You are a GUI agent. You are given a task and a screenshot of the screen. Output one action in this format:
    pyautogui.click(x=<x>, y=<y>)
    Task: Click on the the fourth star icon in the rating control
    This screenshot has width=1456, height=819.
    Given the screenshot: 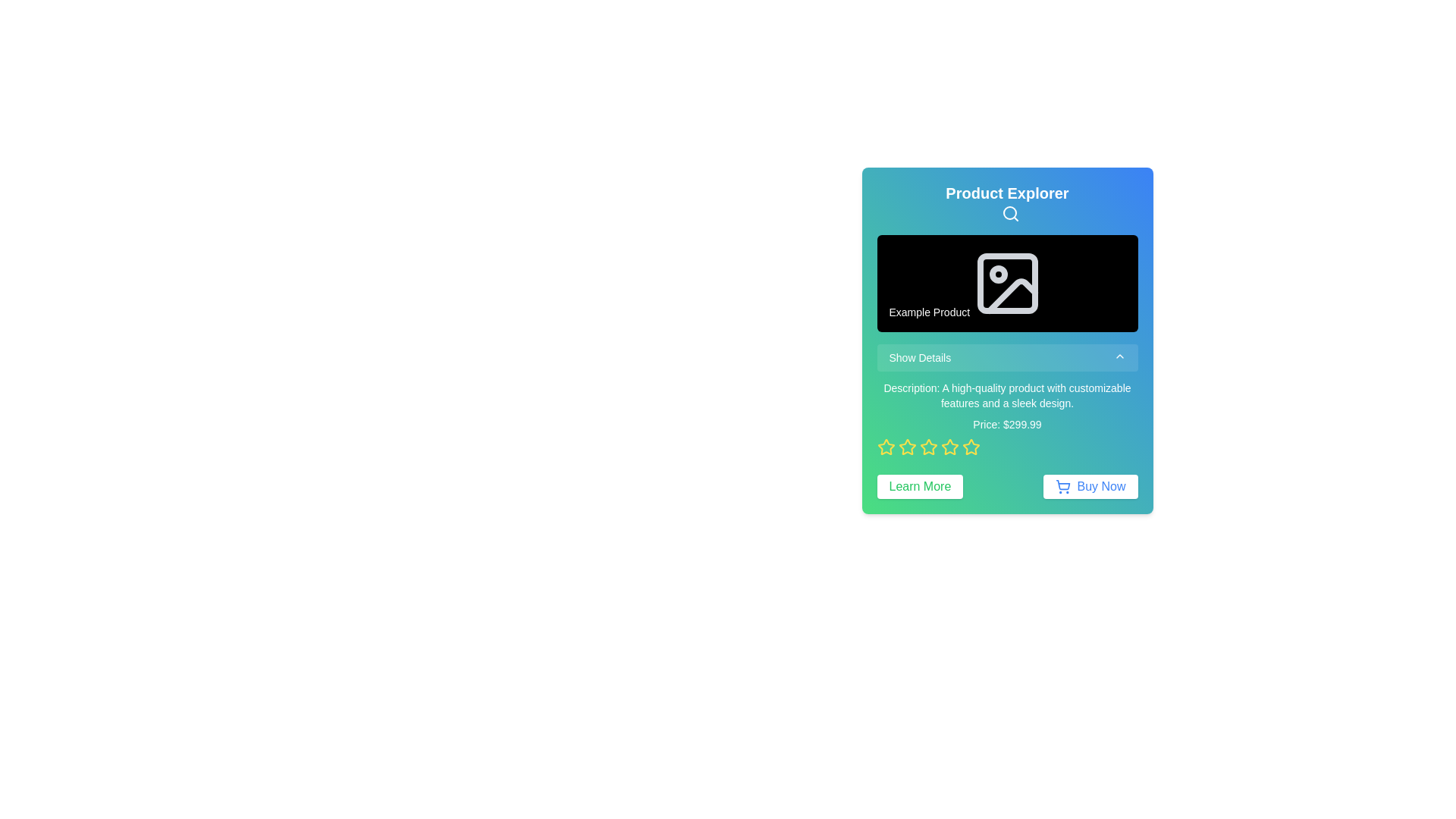 What is the action you would take?
    pyautogui.click(x=927, y=446)
    